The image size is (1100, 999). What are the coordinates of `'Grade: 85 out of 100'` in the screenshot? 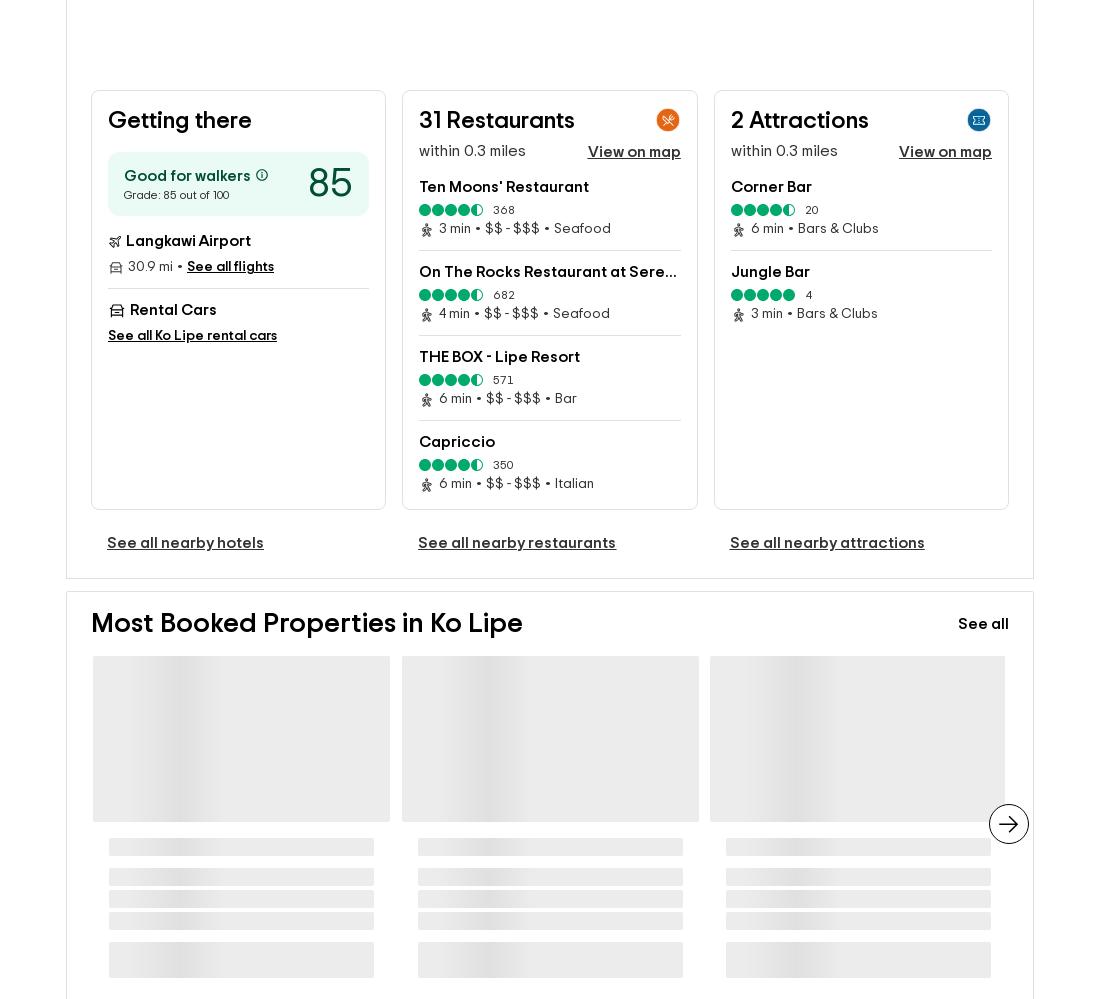 It's located at (175, 162).